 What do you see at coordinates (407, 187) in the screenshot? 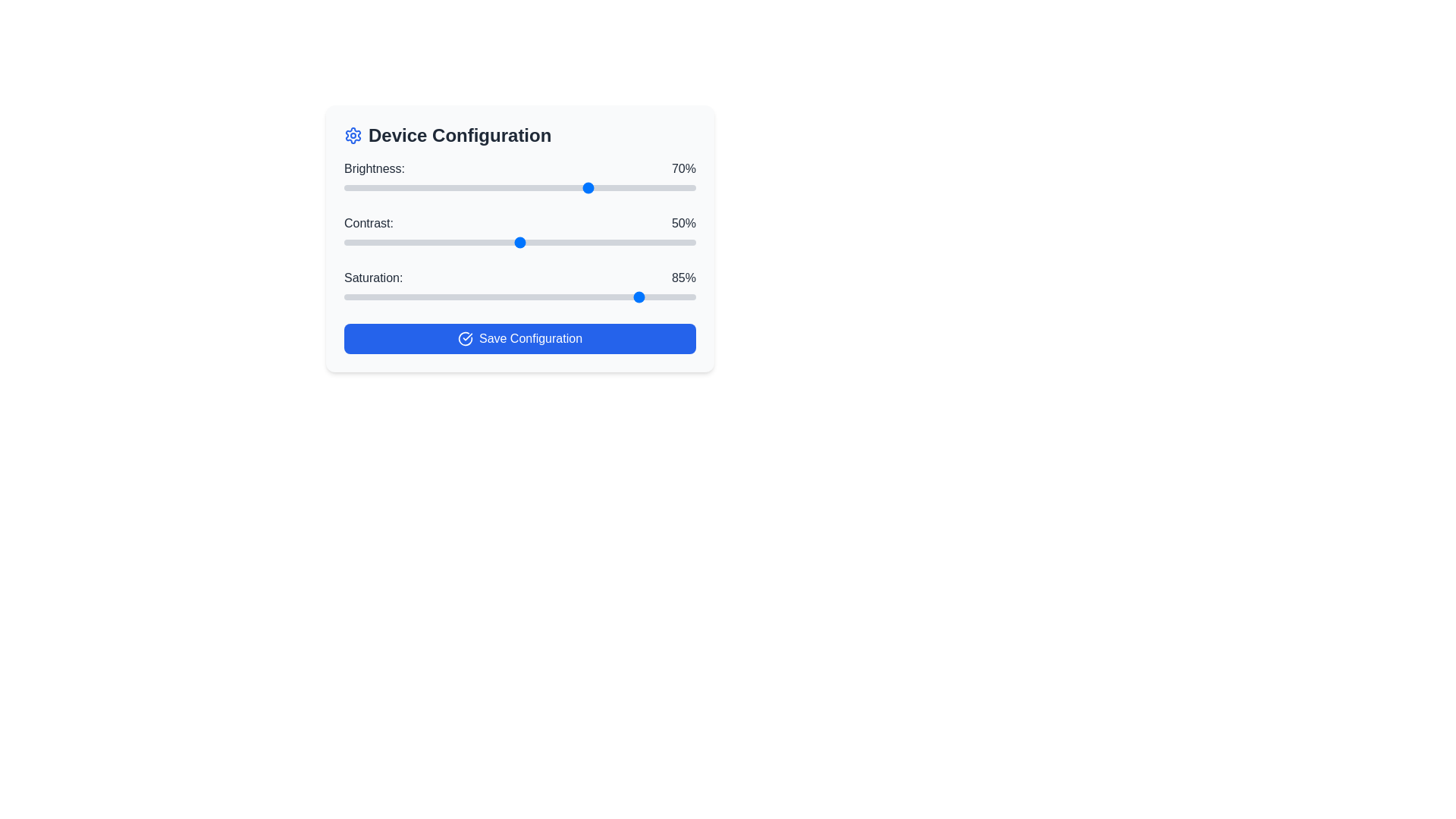
I see `brightness` at bounding box center [407, 187].